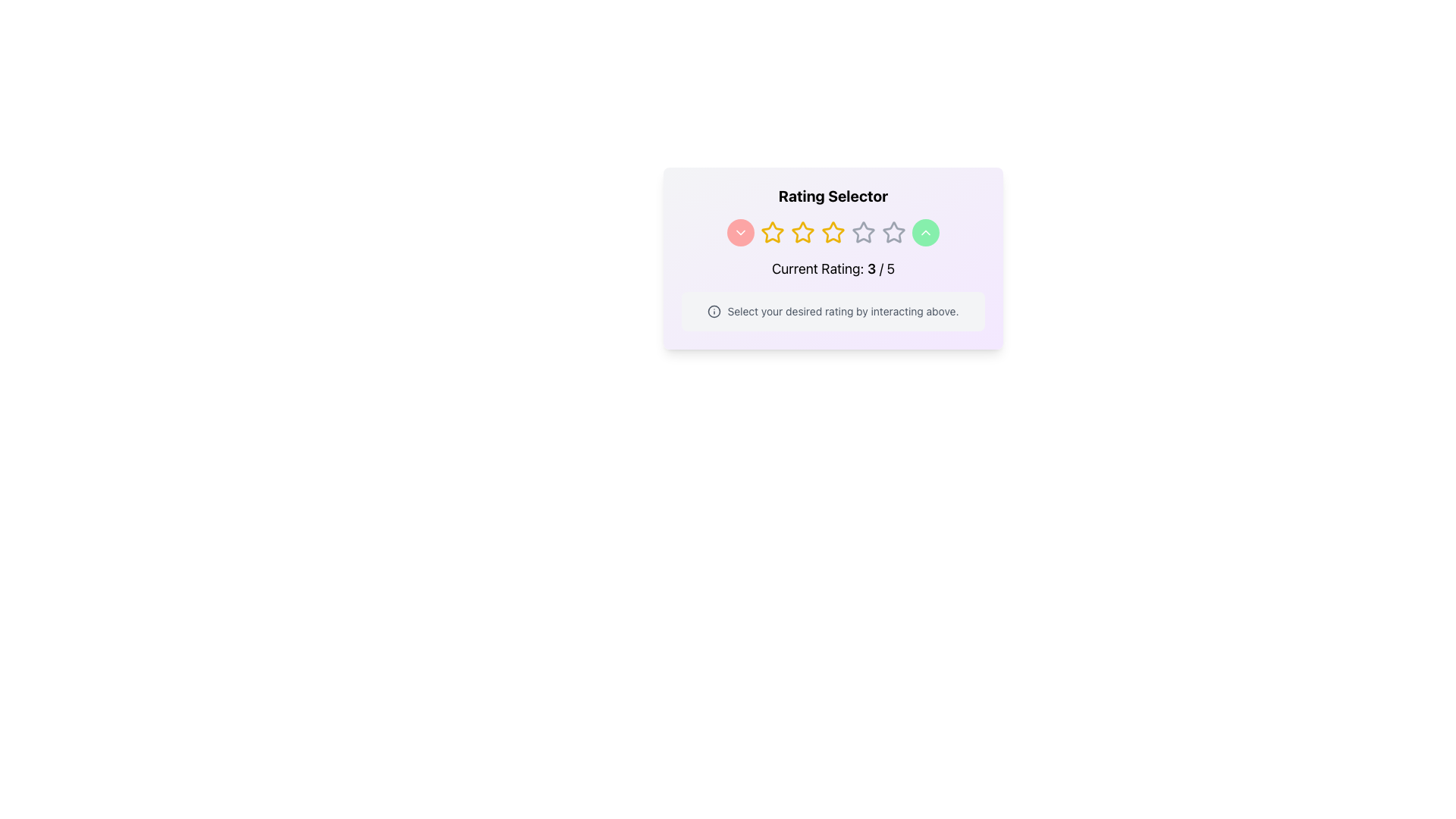 This screenshot has width=1456, height=819. I want to click on the fourth star icon in the rating selector, so click(893, 231).